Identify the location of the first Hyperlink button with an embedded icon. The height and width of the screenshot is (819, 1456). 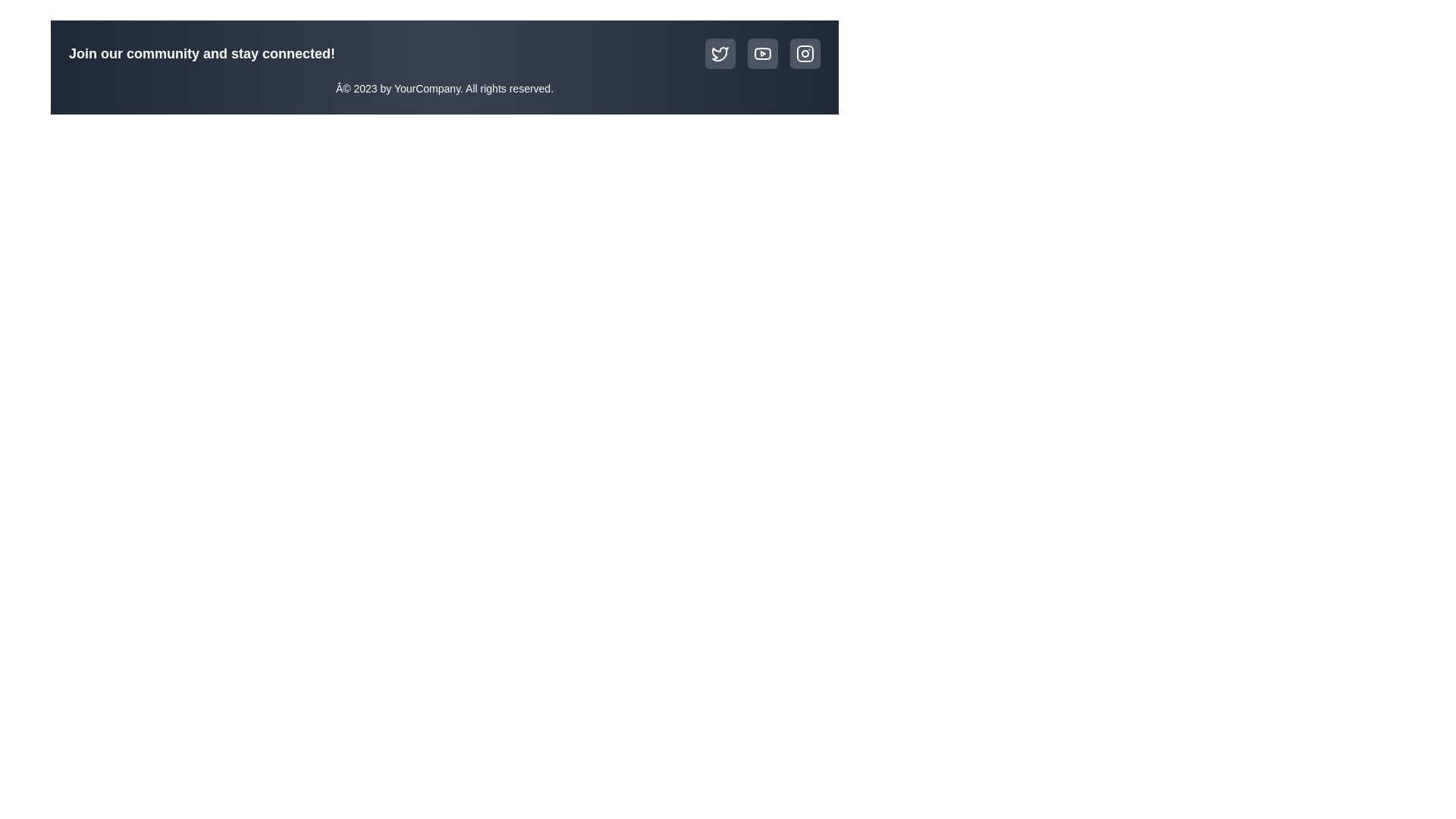
(720, 52).